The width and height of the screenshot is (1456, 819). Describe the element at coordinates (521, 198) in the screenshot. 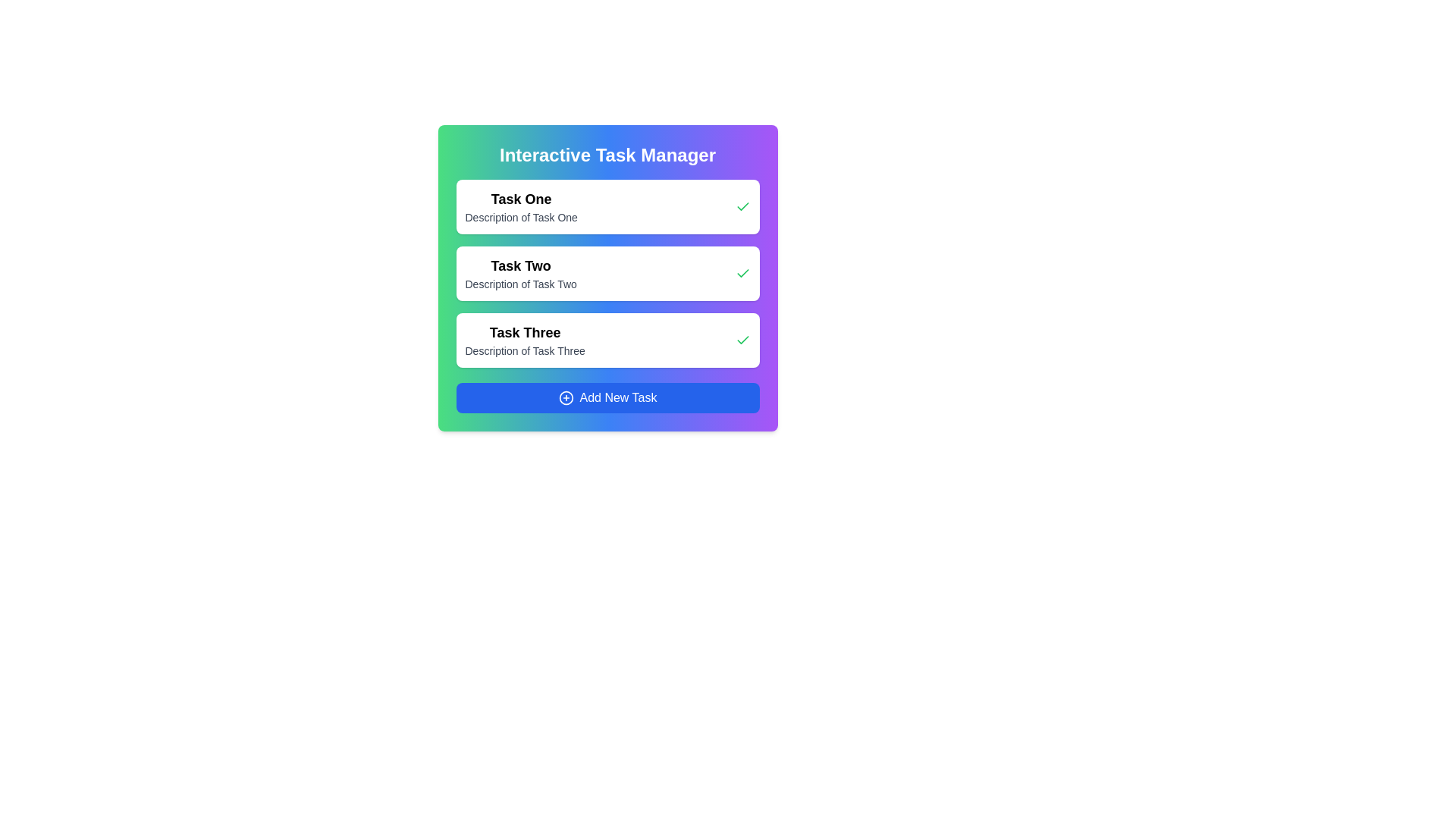

I see `the static text label displaying 'Task One' in bold black font for additional information` at that location.